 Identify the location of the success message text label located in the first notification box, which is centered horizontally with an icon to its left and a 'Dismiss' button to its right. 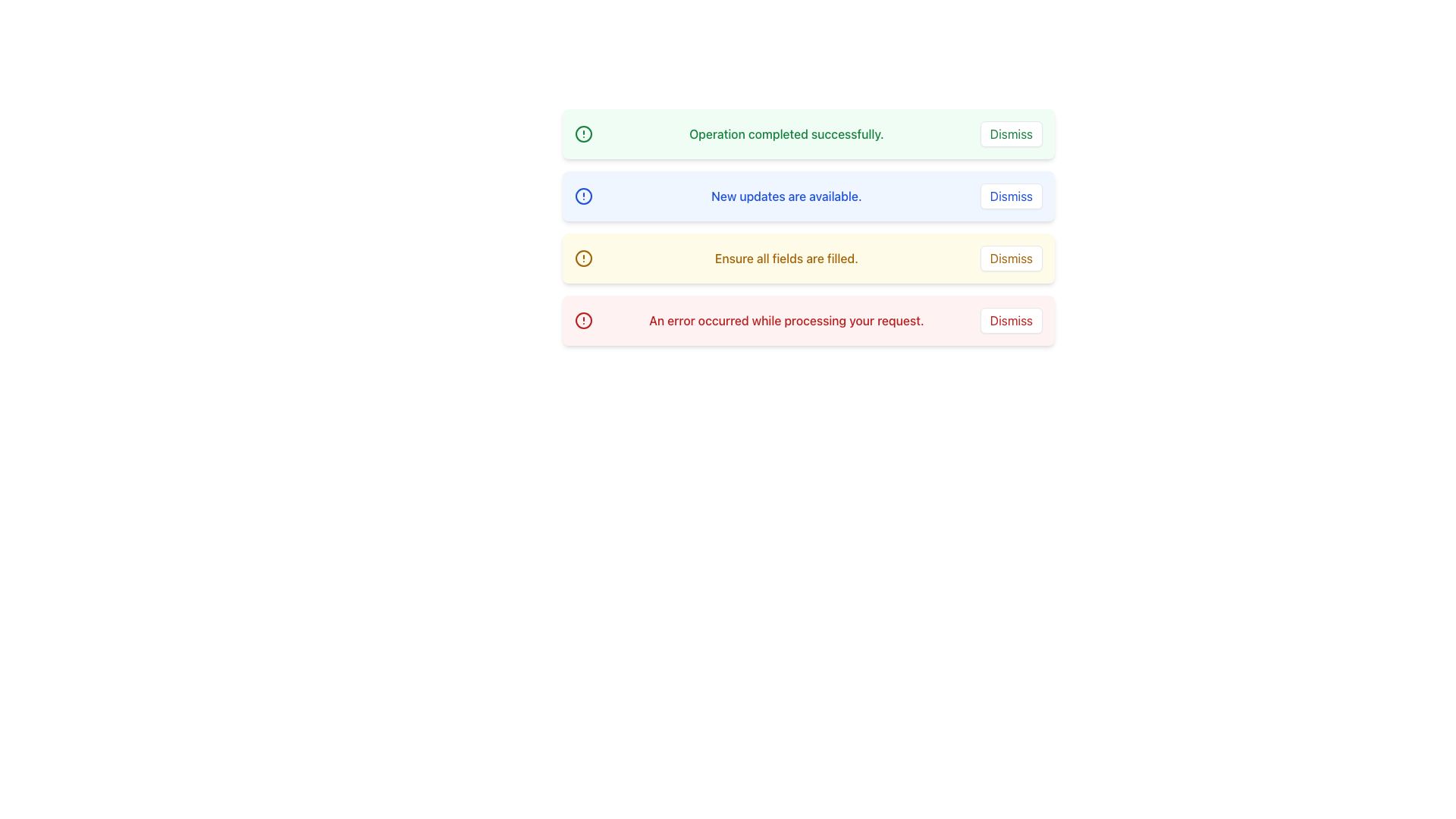
(786, 133).